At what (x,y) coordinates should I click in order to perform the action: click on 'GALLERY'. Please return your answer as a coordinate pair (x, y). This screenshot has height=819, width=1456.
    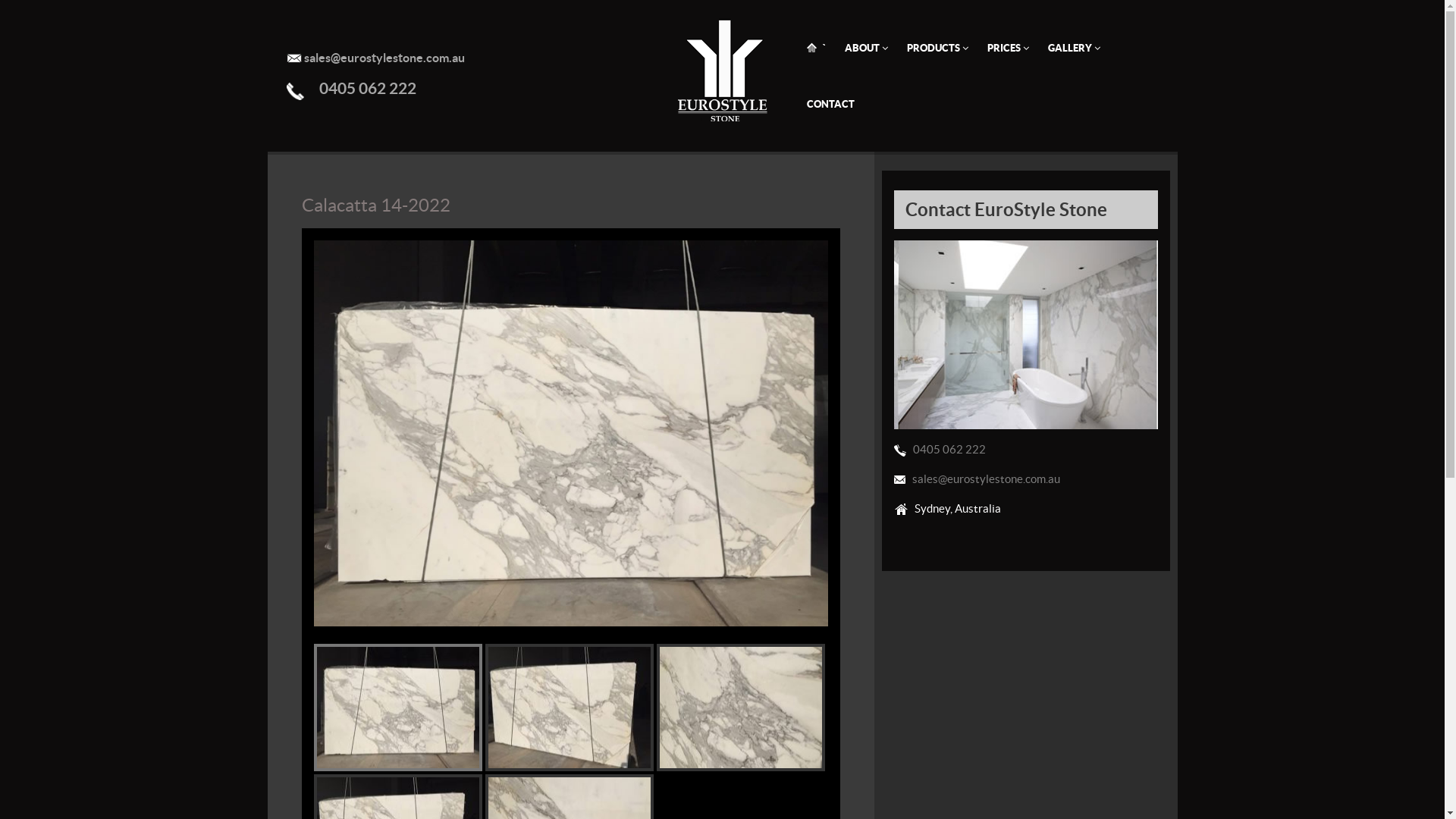
    Looking at the image, I should click on (1040, 47).